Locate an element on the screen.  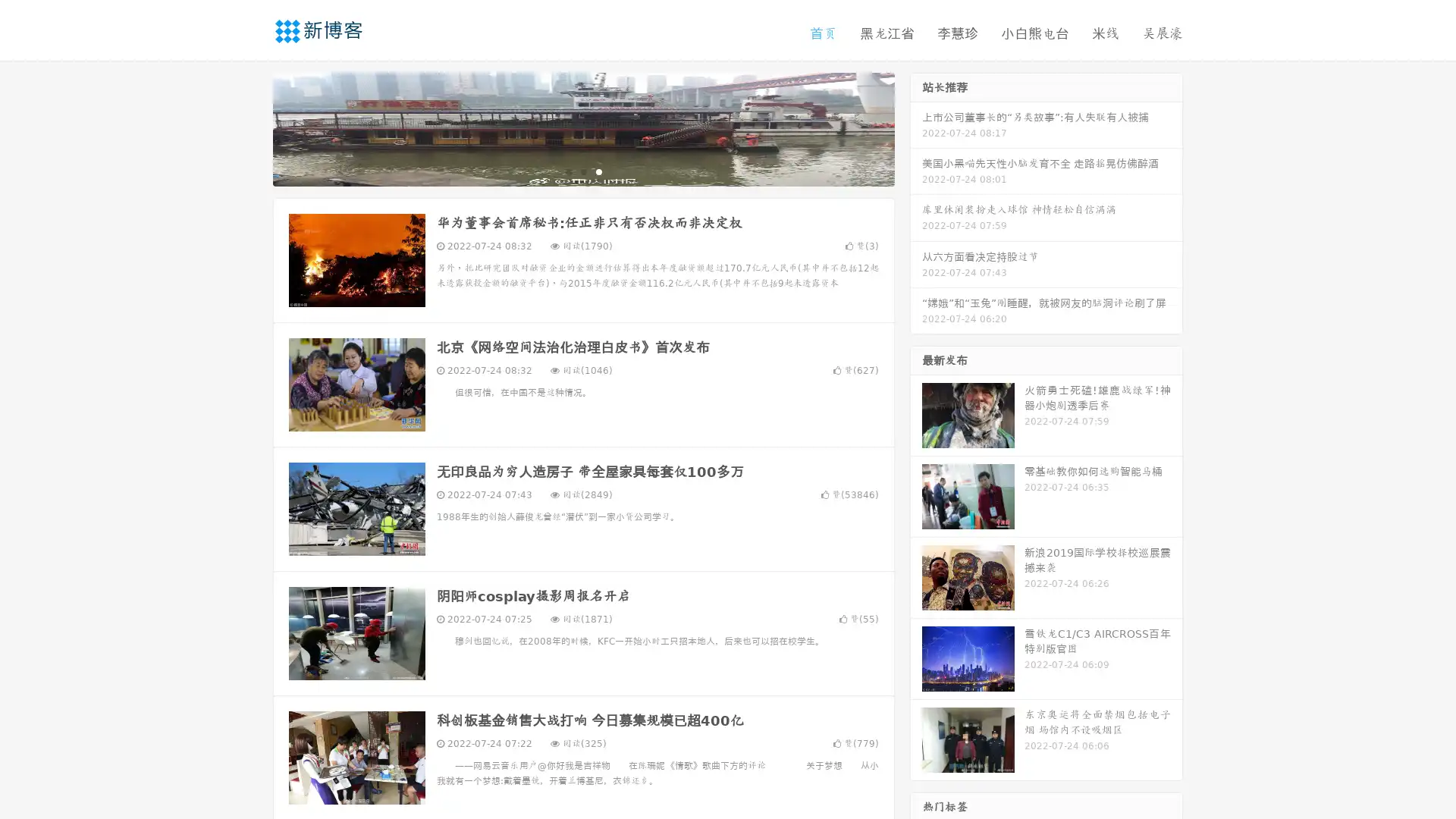
Go to slide 2 is located at coordinates (582, 171).